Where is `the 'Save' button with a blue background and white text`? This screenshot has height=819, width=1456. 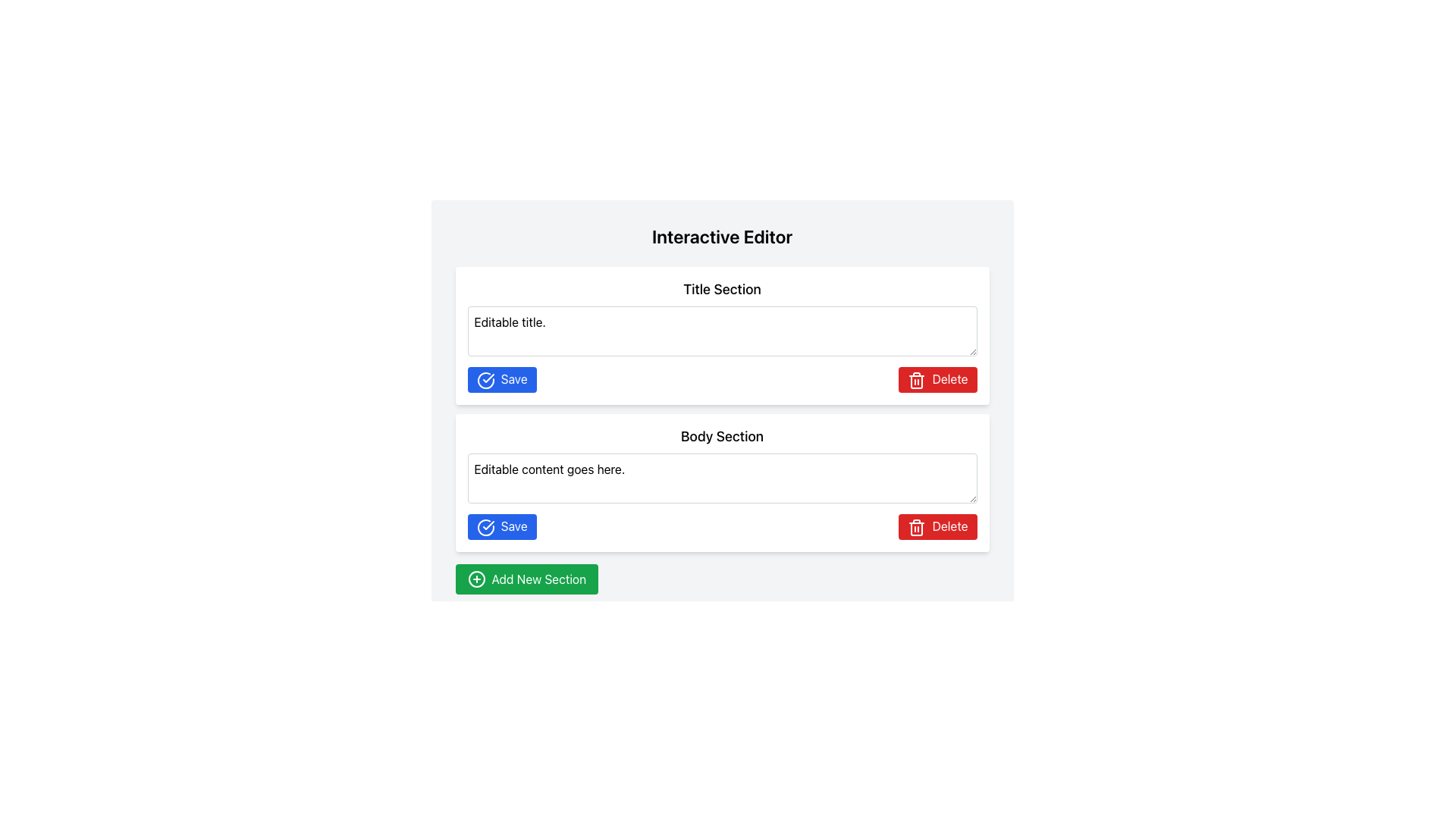
the 'Save' button with a blue background and white text is located at coordinates (502, 378).